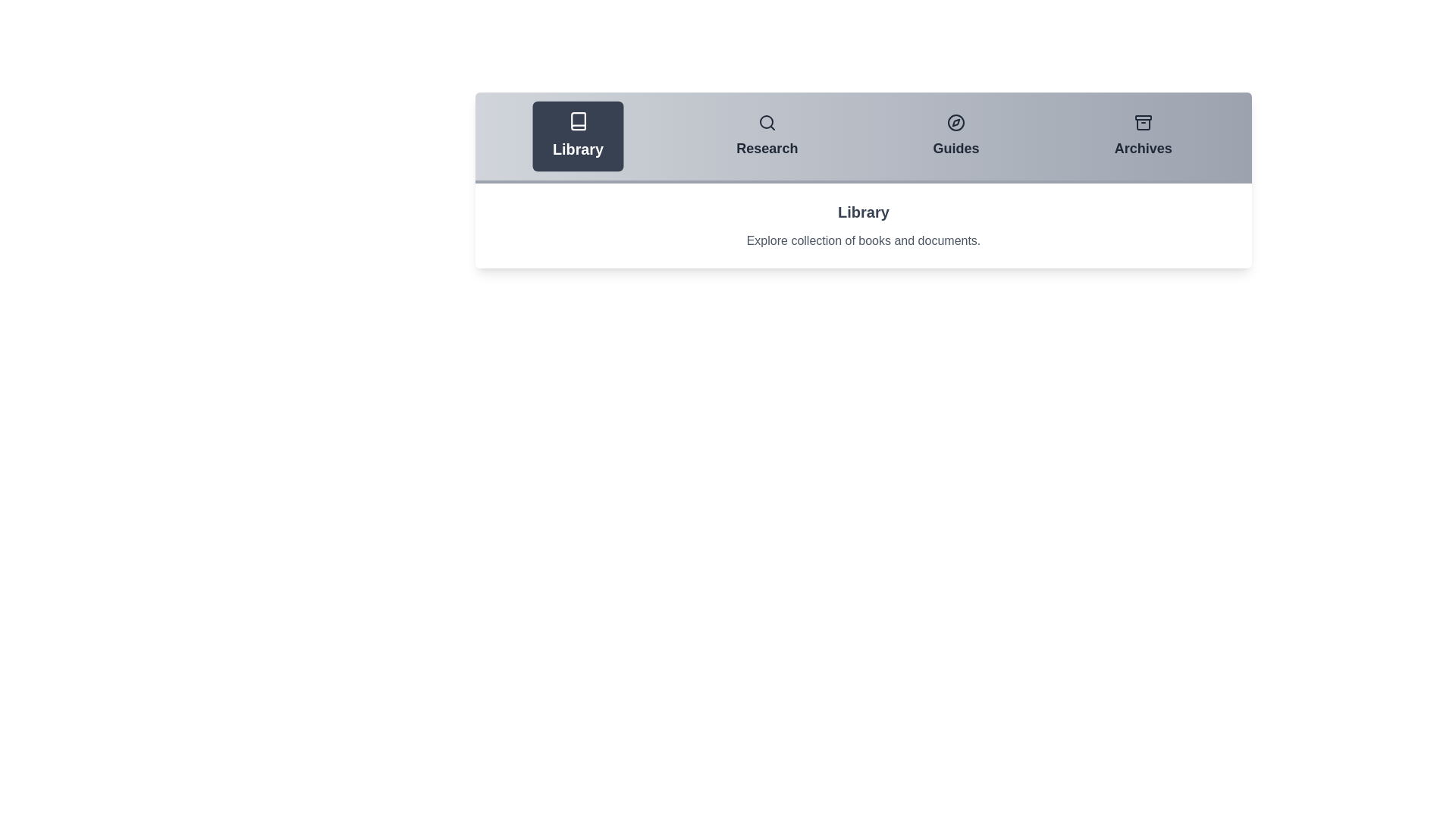  What do you see at coordinates (1143, 136) in the screenshot?
I see `the Archives tab to preview its effect` at bounding box center [1143, 136].